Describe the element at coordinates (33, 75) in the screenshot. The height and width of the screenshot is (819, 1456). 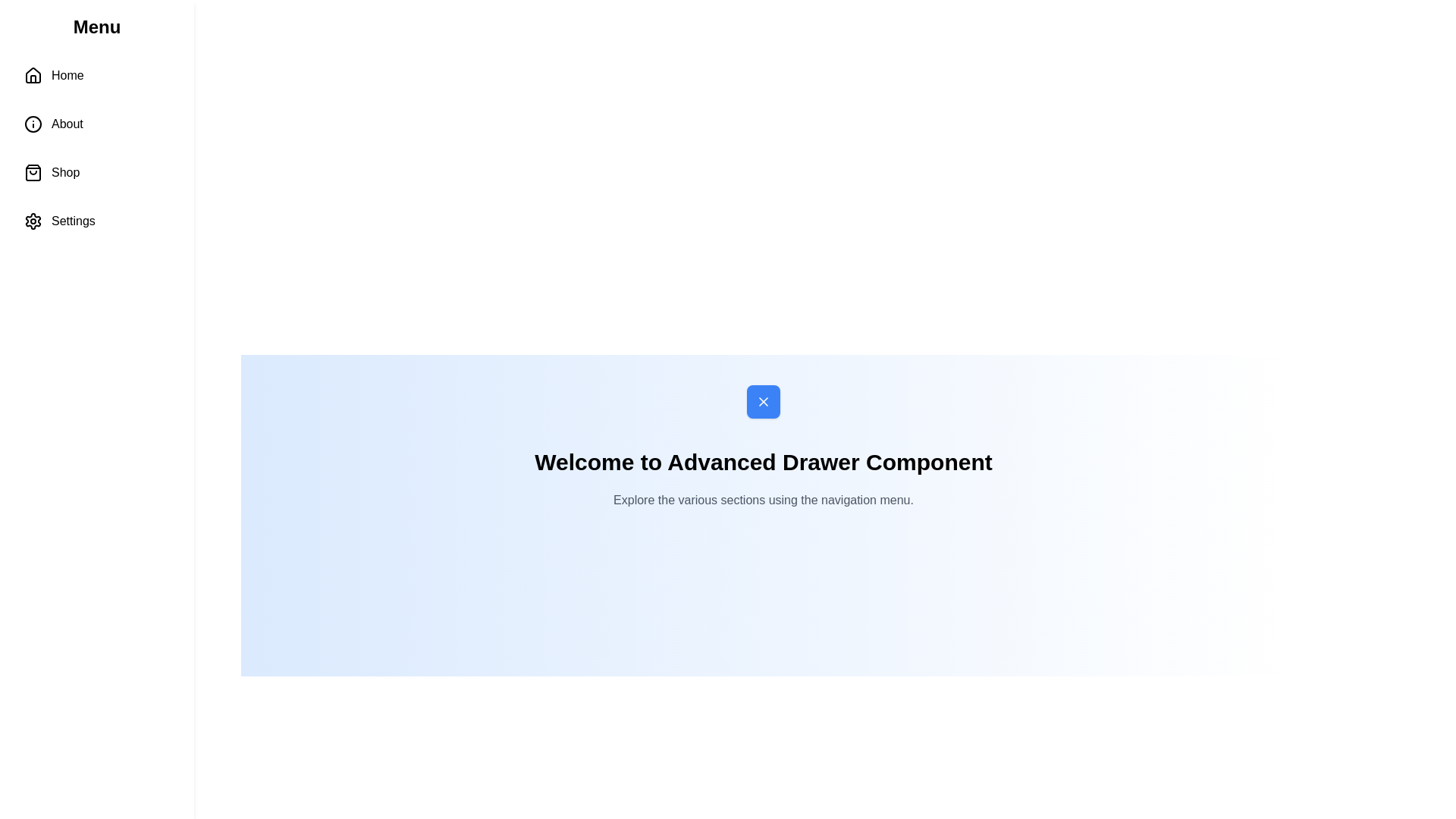
I see `the 'Home' icon located at the top of the left navigation menu` at that location.